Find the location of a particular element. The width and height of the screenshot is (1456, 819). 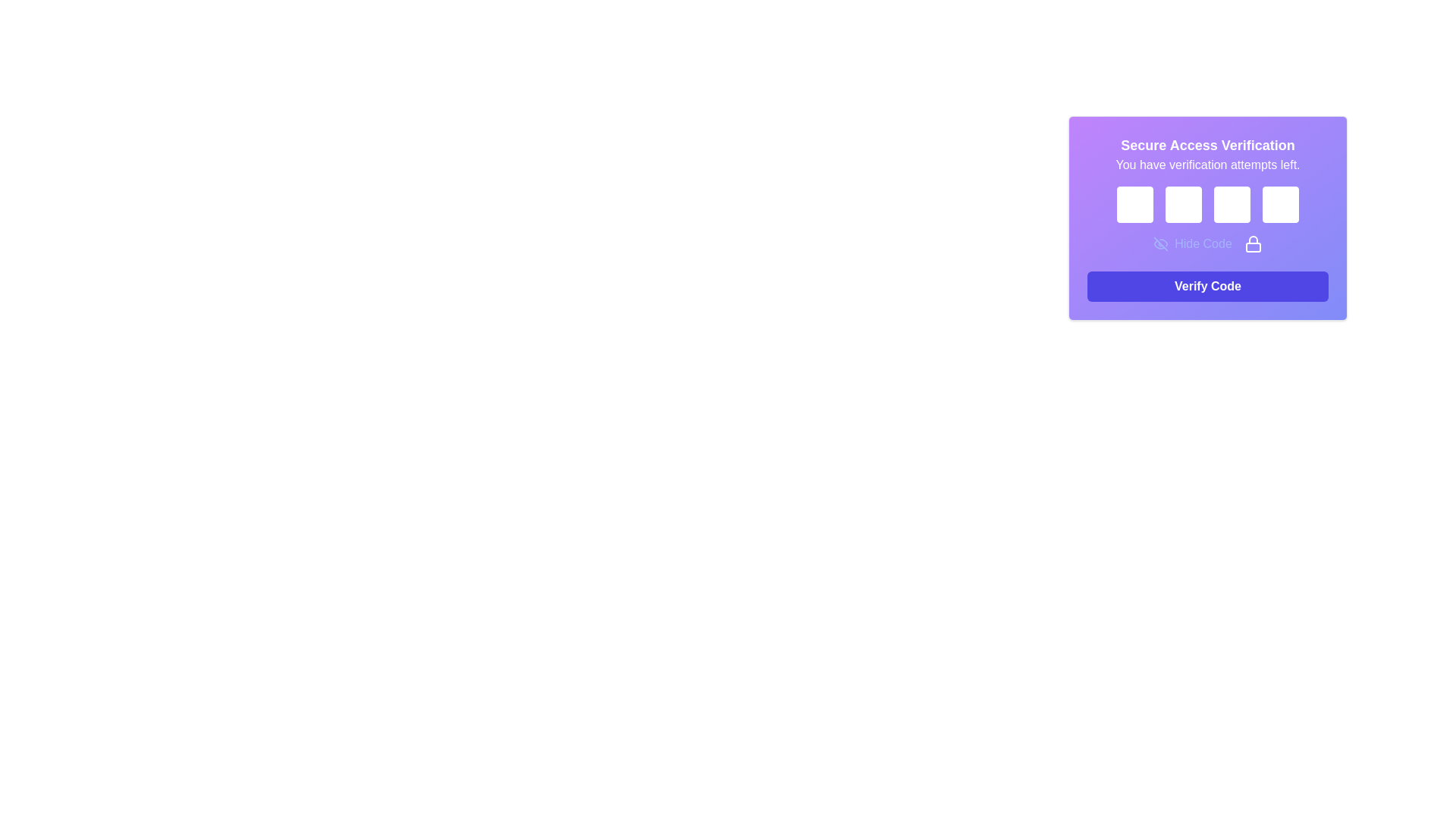

the toggle button on the right side of the dialog box is located at coordinates (1192, 243).